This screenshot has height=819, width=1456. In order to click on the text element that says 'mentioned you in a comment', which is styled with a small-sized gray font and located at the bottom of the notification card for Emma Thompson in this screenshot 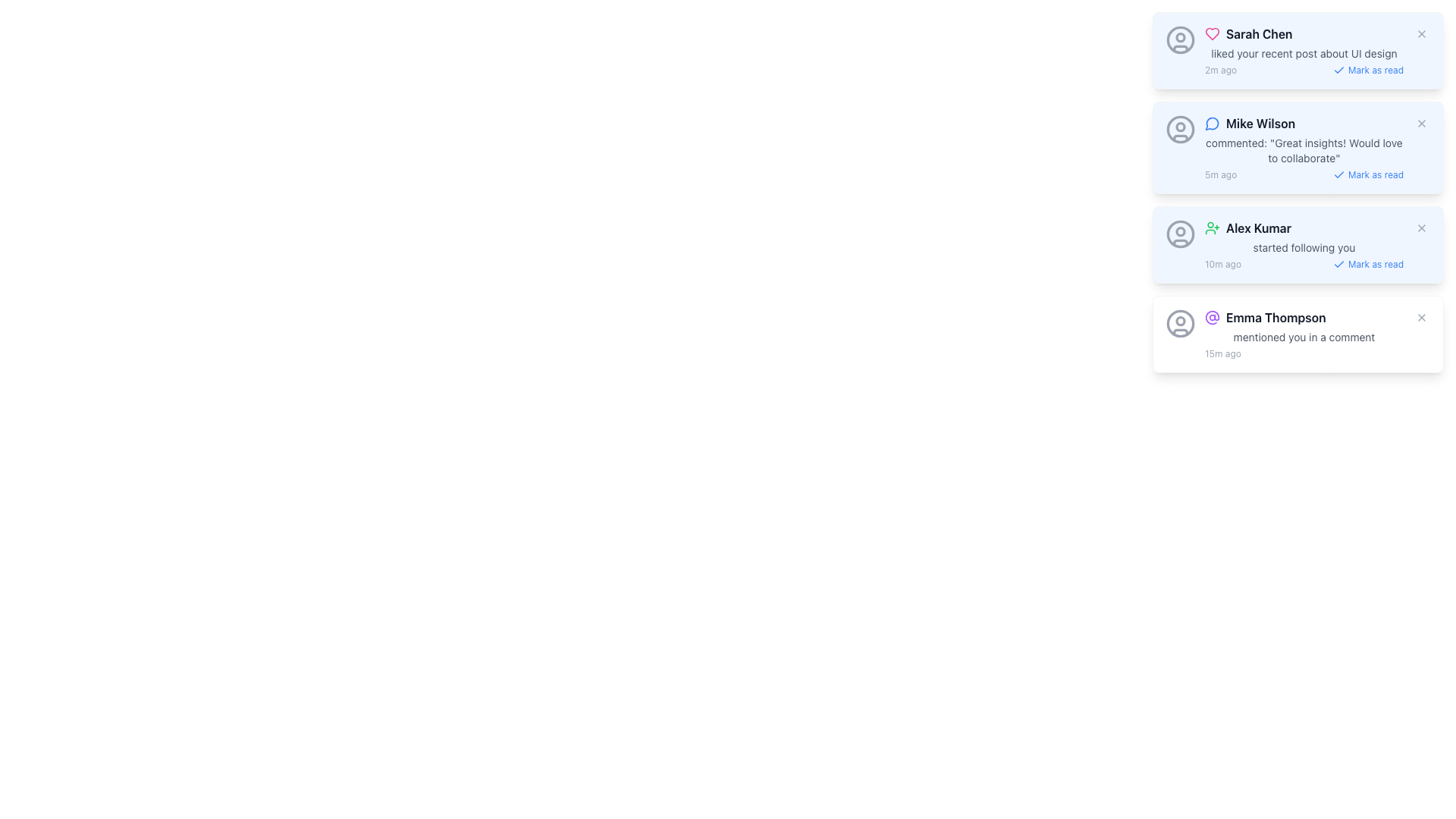, I will do `click(1303, 336)`.